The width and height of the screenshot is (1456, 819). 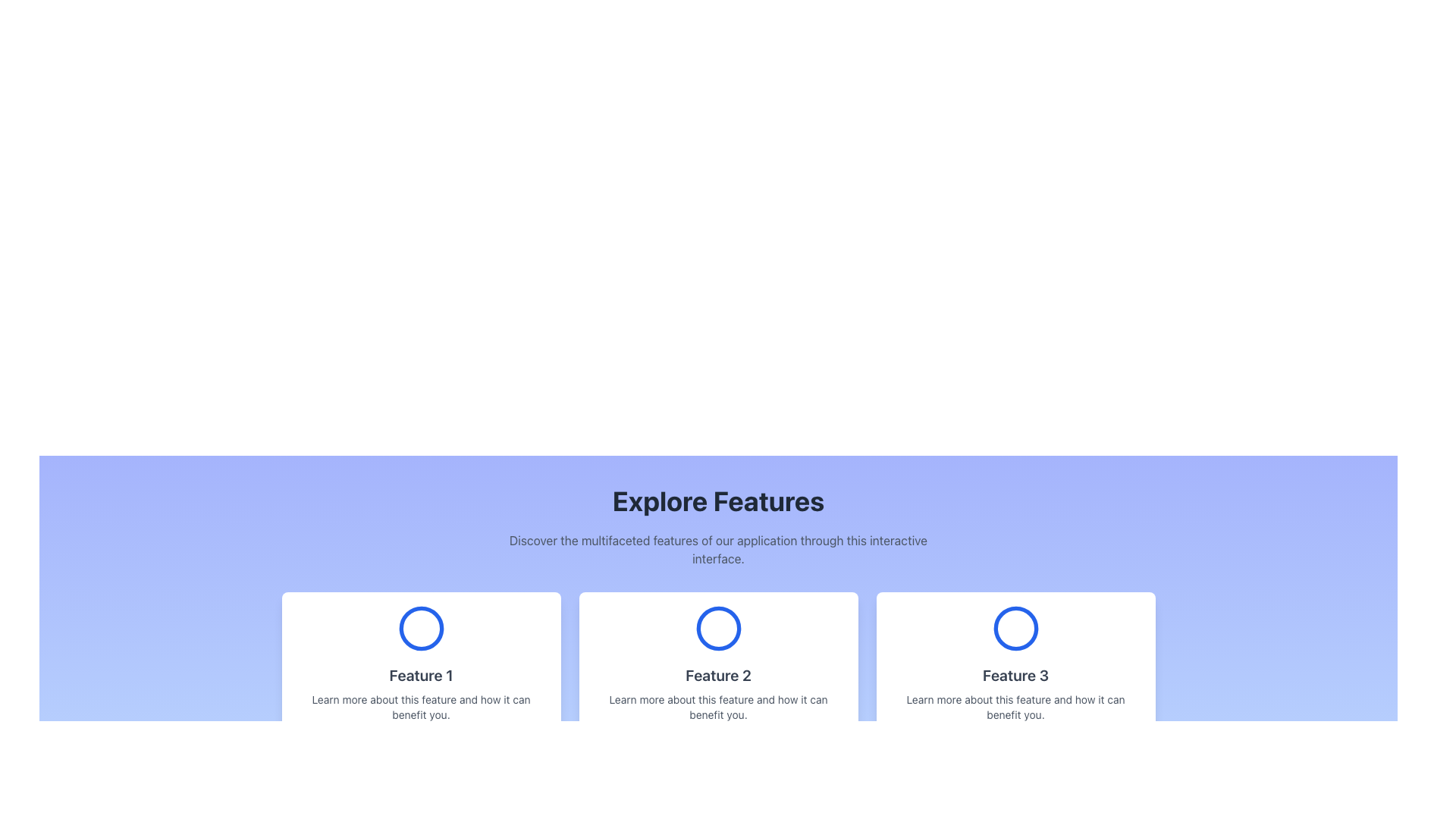 What do you see at coordinates (1015, 675) in the screenshot?
I see `title text located in the third card, positioned below a circular icon and above a descriptive text block` at bounding box center [1015, 675].